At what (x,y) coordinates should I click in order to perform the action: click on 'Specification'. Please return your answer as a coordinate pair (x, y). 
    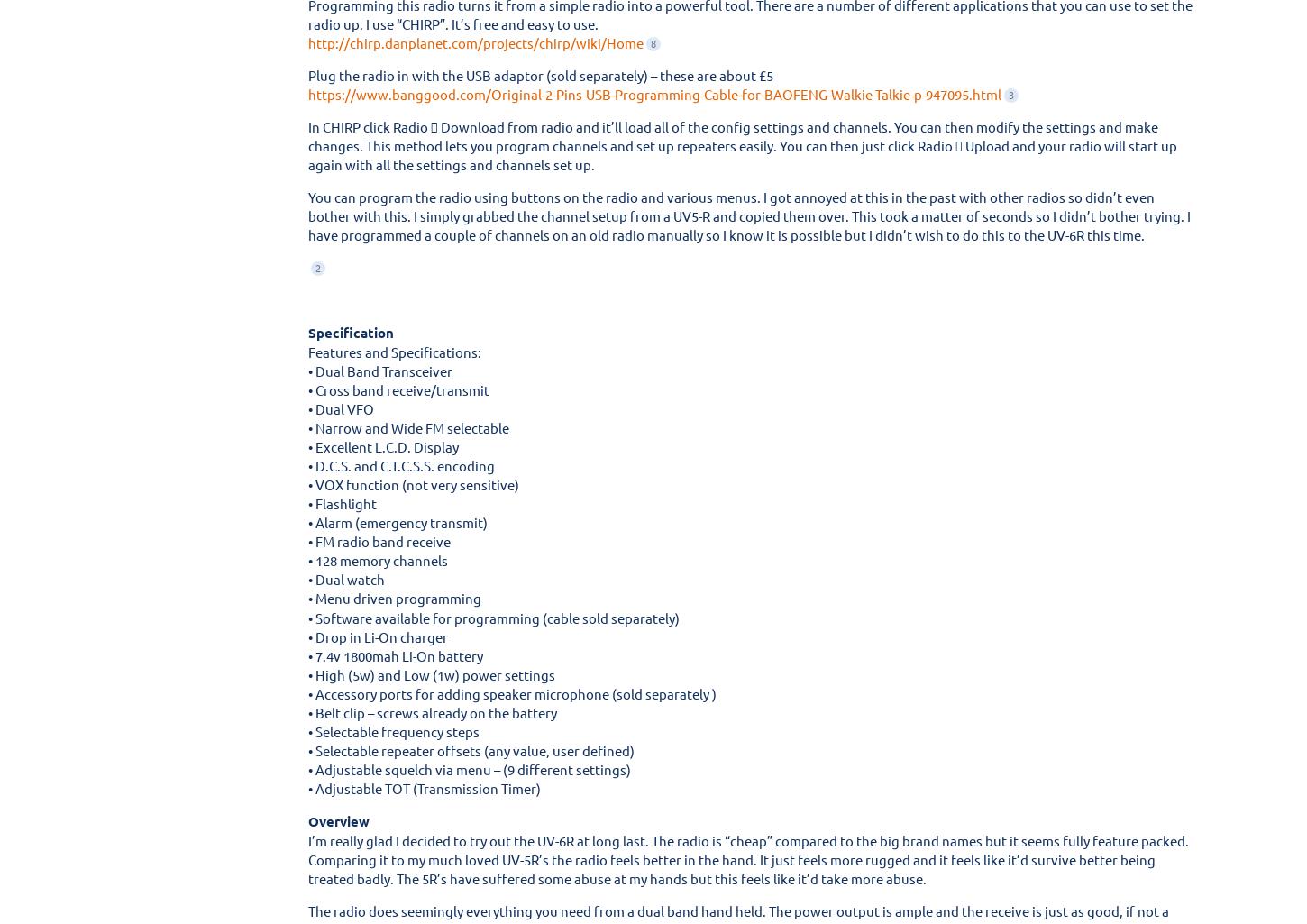
    Looking at the image, I should click on (350, 332).